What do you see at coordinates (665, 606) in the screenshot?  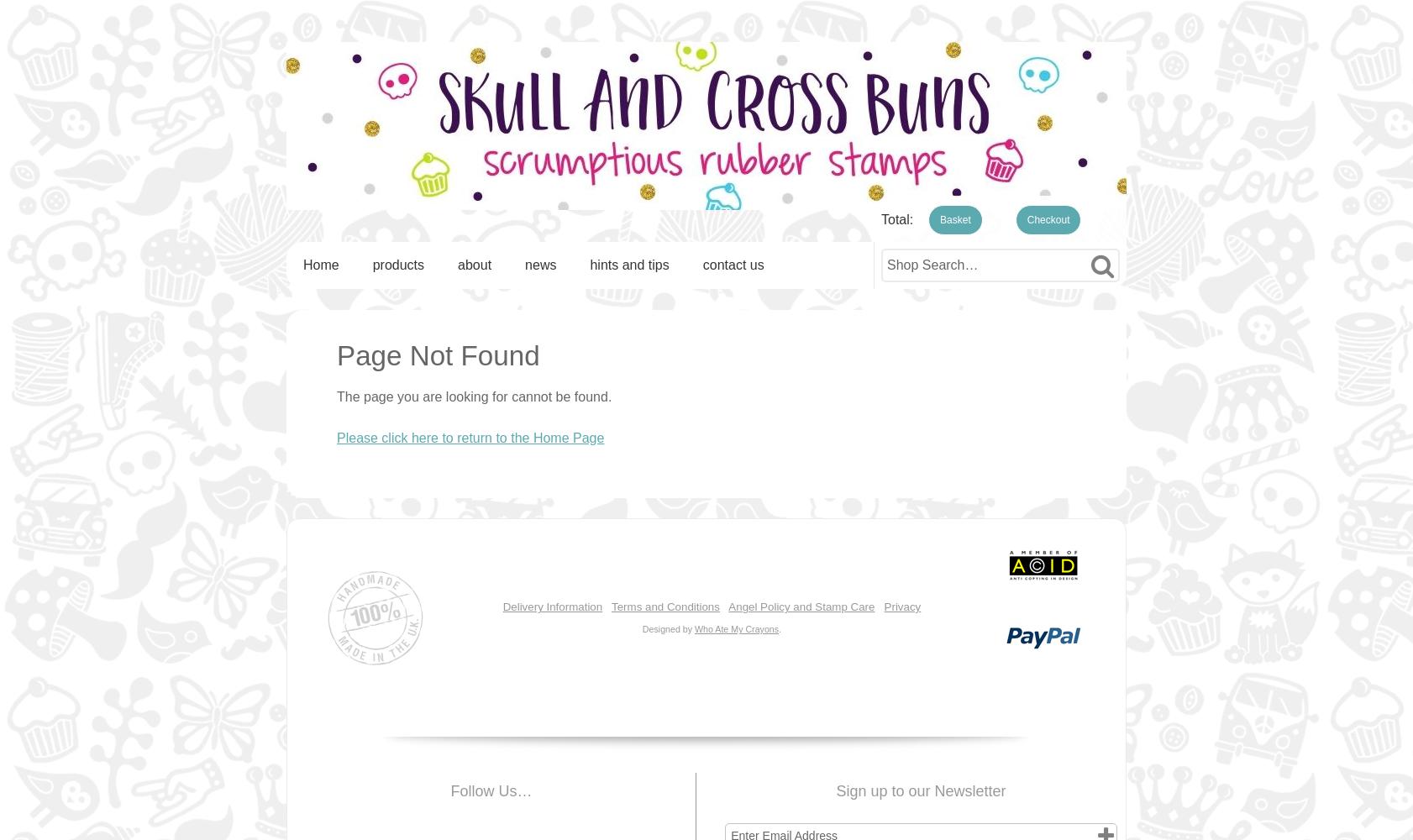 I see `'Terms and Conditions'` at bounding box center [665, 606].